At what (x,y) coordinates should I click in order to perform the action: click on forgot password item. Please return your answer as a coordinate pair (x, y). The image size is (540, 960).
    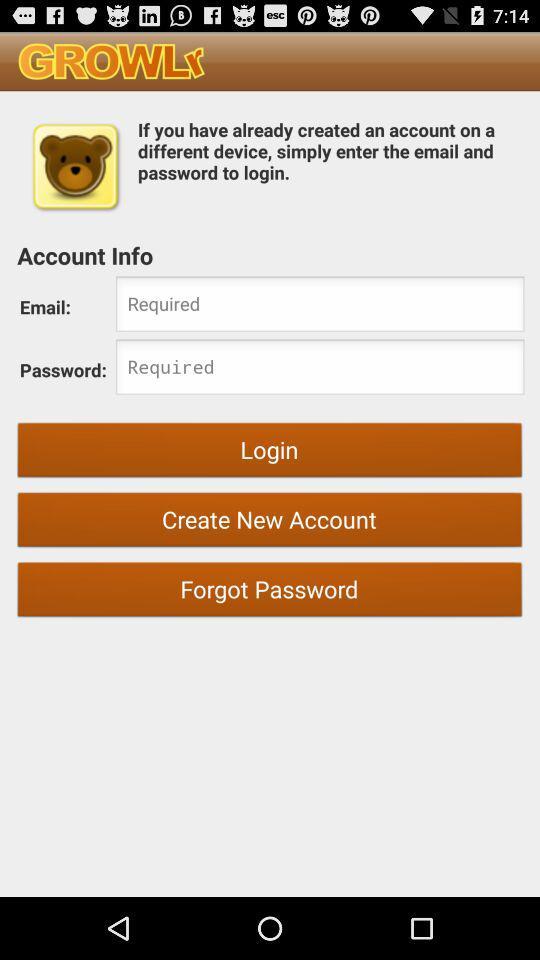
    Looking at the image, I should click on (270, 592).